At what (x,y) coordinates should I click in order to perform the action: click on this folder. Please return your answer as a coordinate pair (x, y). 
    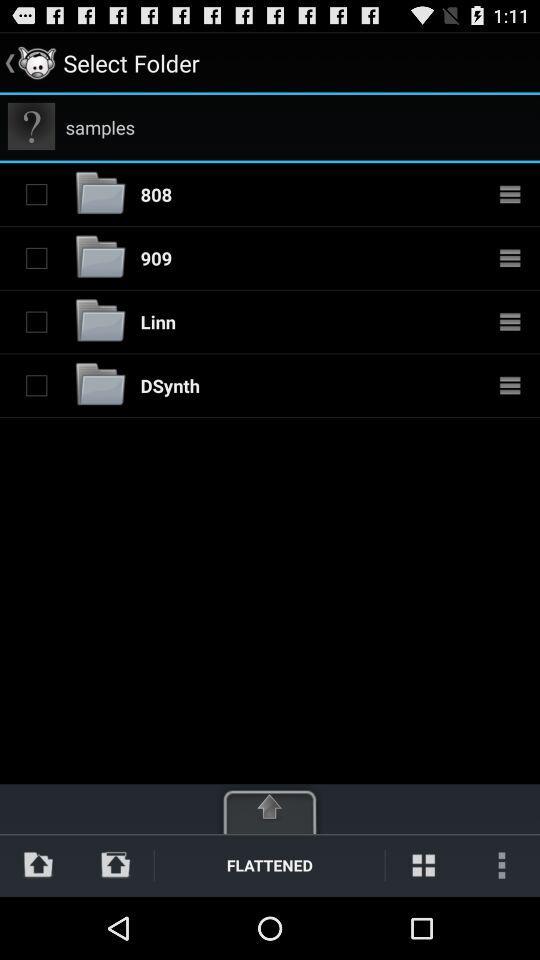
    Looking at the image, I should click on (36, 257).